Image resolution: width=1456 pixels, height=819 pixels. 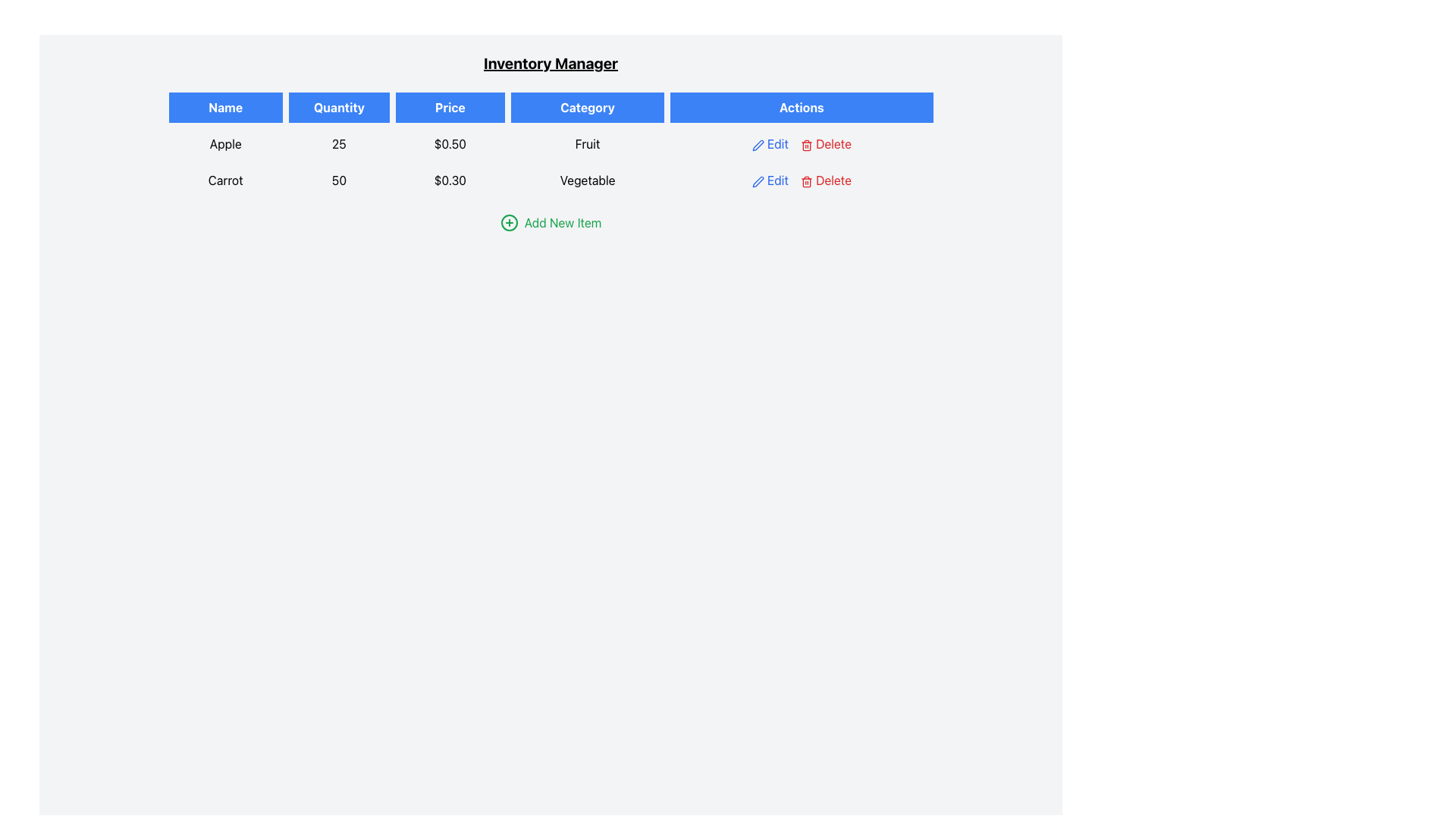 What do you see at coordinates (509, 222) in the screenshot?
I see `the 'Add New Item' icon located to the left of the 'Add New Item' text to initiate the addition process` at bounding box center [509, 222].